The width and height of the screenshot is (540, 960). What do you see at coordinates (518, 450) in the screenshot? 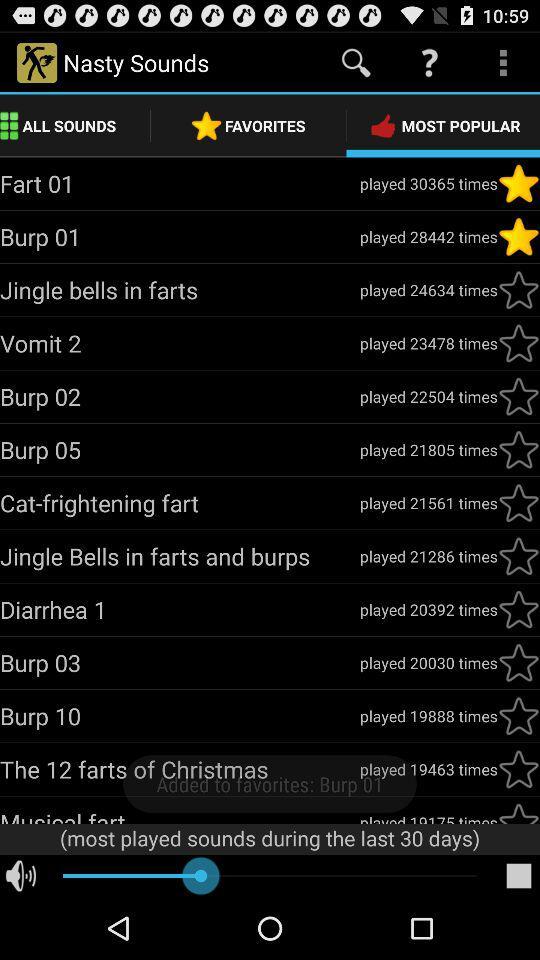
I see `star beside burp 05` at bounding box center [518, 450].